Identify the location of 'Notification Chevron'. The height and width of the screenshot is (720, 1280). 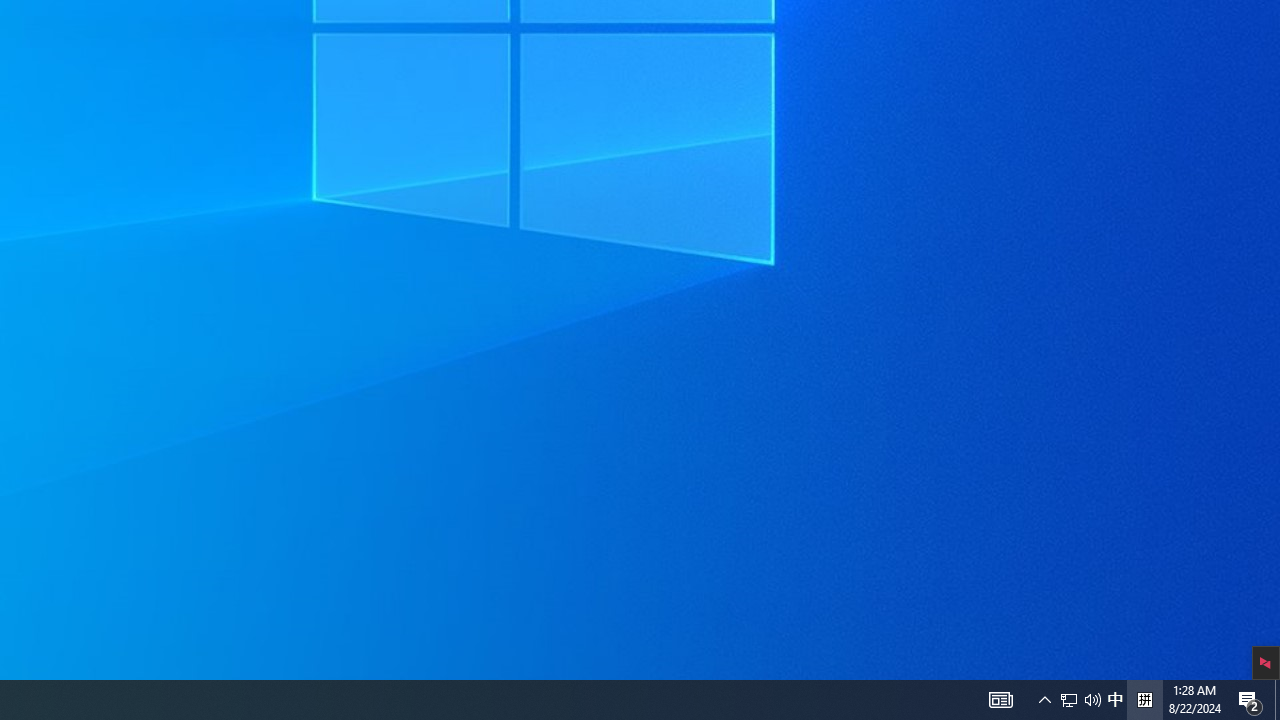
(1044, 698).